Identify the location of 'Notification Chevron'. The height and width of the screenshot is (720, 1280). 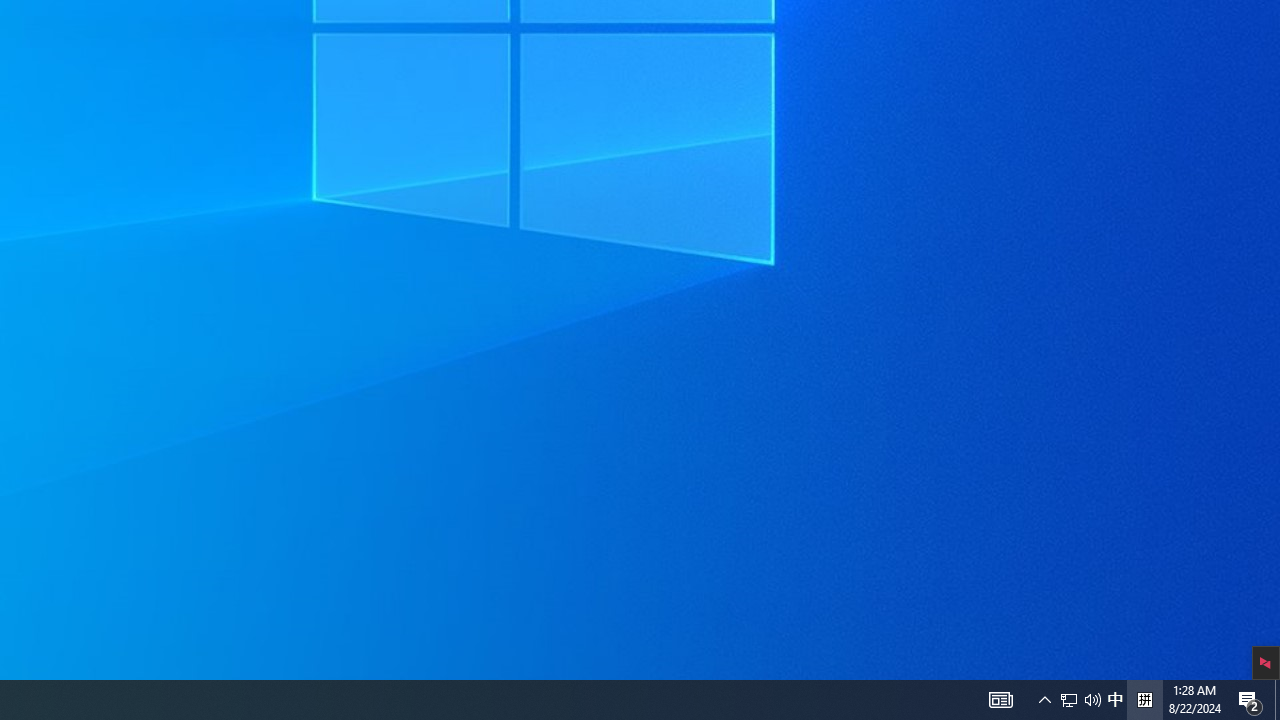
(1044, 698).